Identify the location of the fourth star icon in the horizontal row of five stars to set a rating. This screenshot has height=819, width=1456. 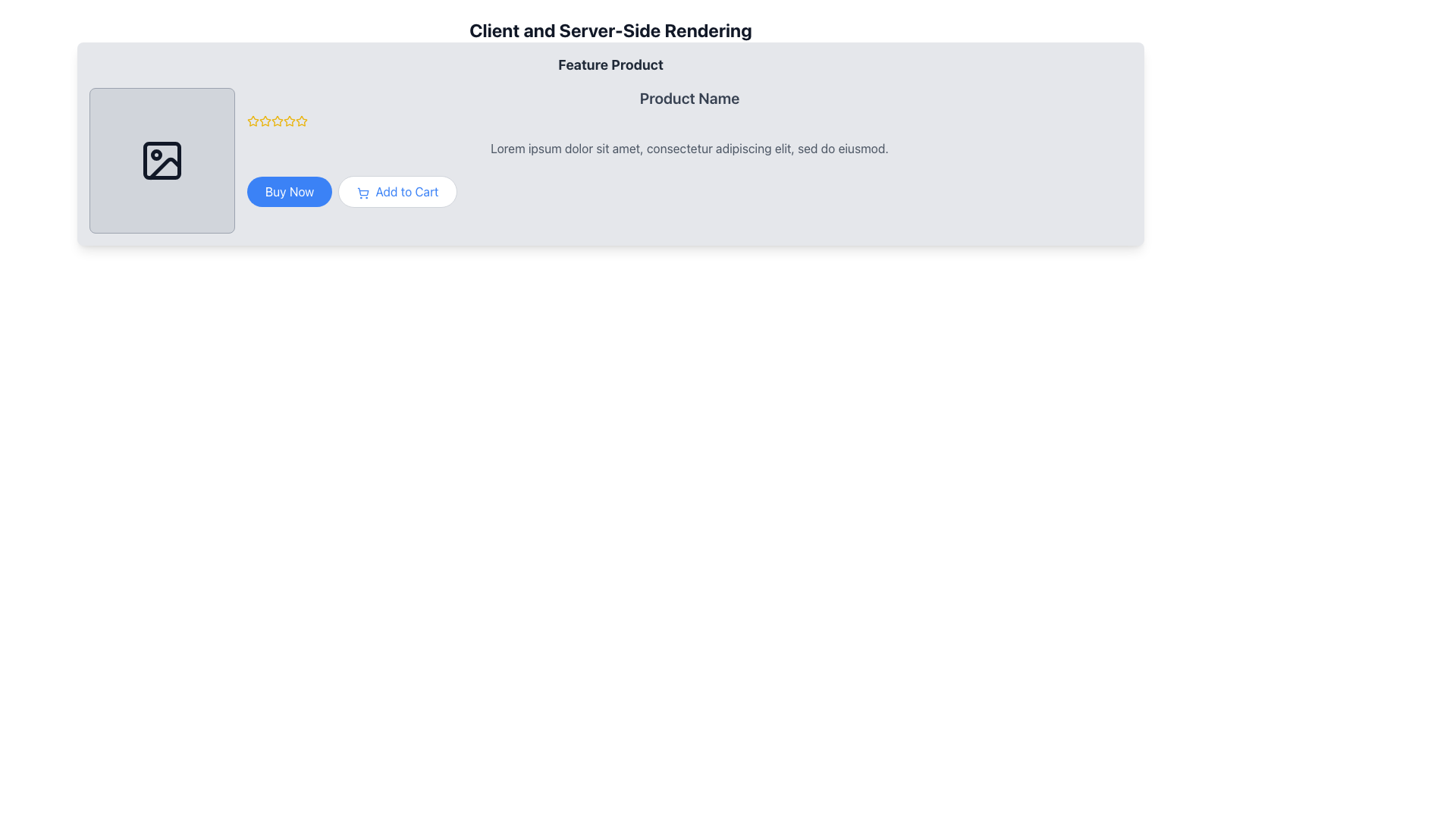
(302, 120).